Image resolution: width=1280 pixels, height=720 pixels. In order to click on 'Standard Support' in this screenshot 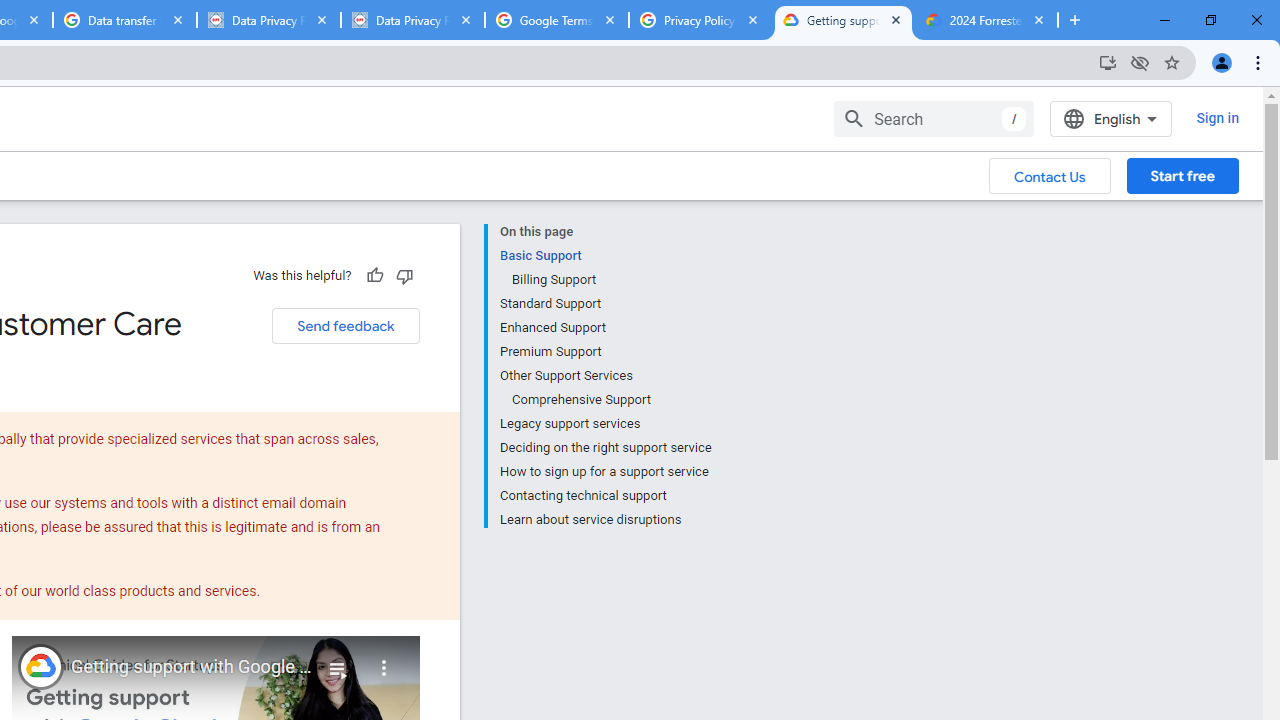, I will do `click(604, 304)`.